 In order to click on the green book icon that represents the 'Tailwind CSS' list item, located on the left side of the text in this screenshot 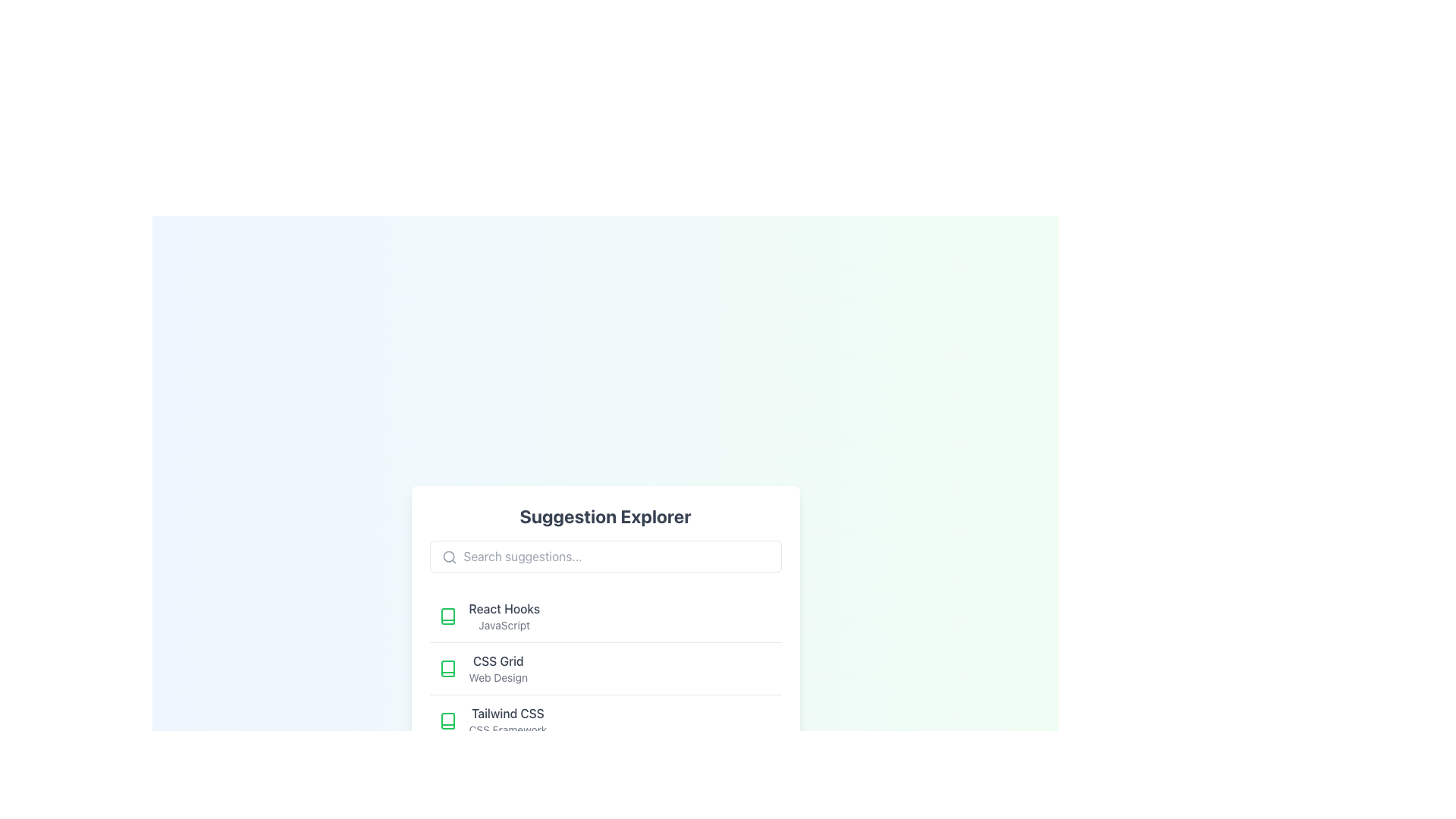, I will do `click(447, 720)`.